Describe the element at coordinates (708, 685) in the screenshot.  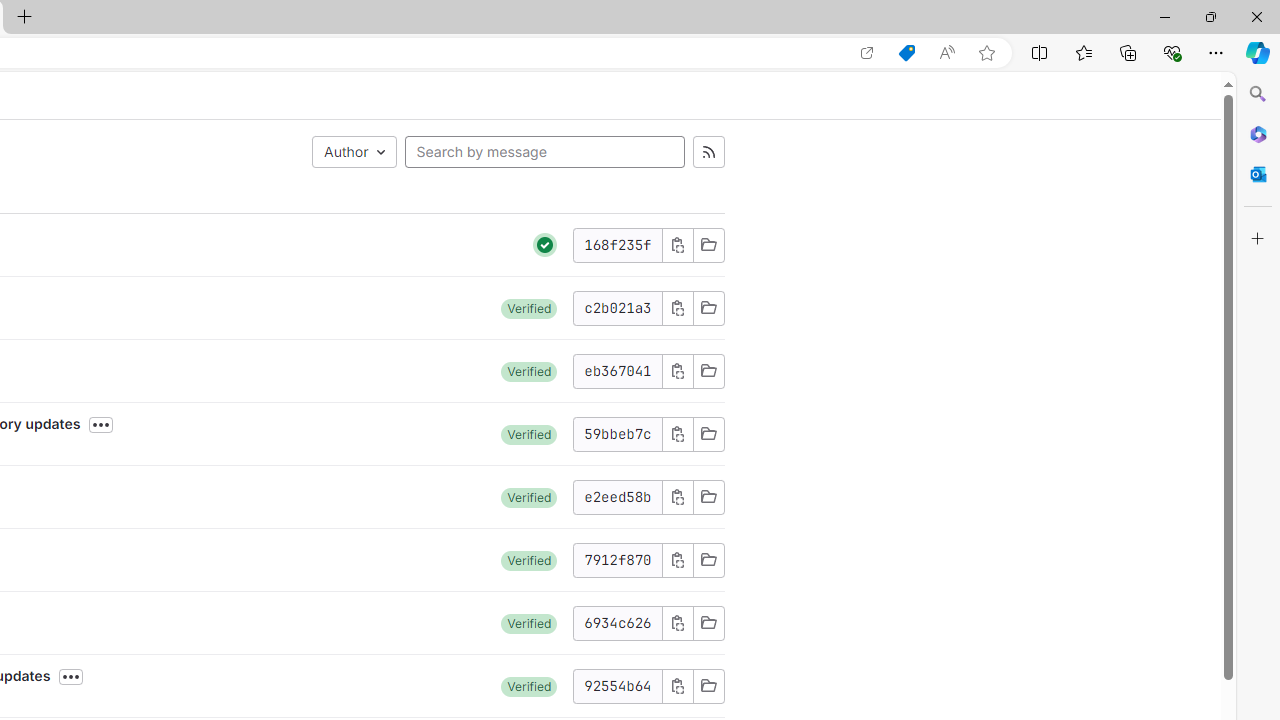
I see `'Class: s16'` at that location.